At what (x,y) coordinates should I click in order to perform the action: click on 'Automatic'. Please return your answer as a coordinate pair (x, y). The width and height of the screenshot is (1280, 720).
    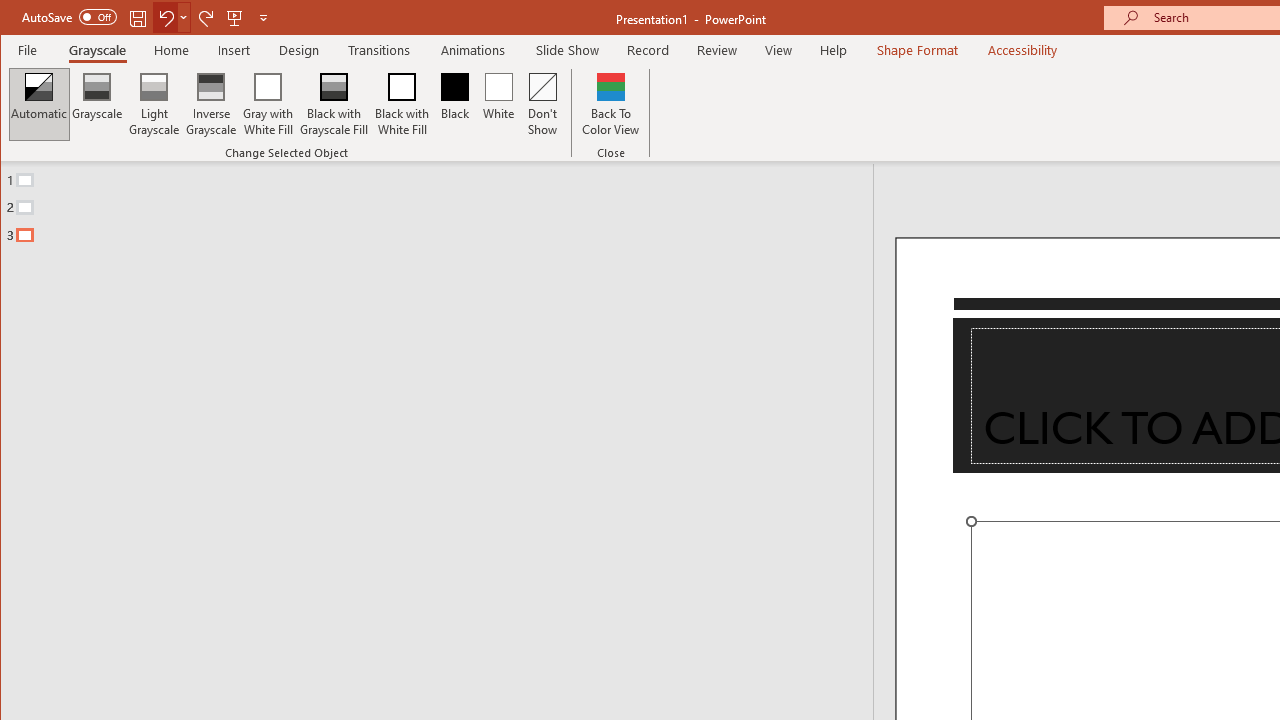
    Looking at the image, I should click on (39, 104).